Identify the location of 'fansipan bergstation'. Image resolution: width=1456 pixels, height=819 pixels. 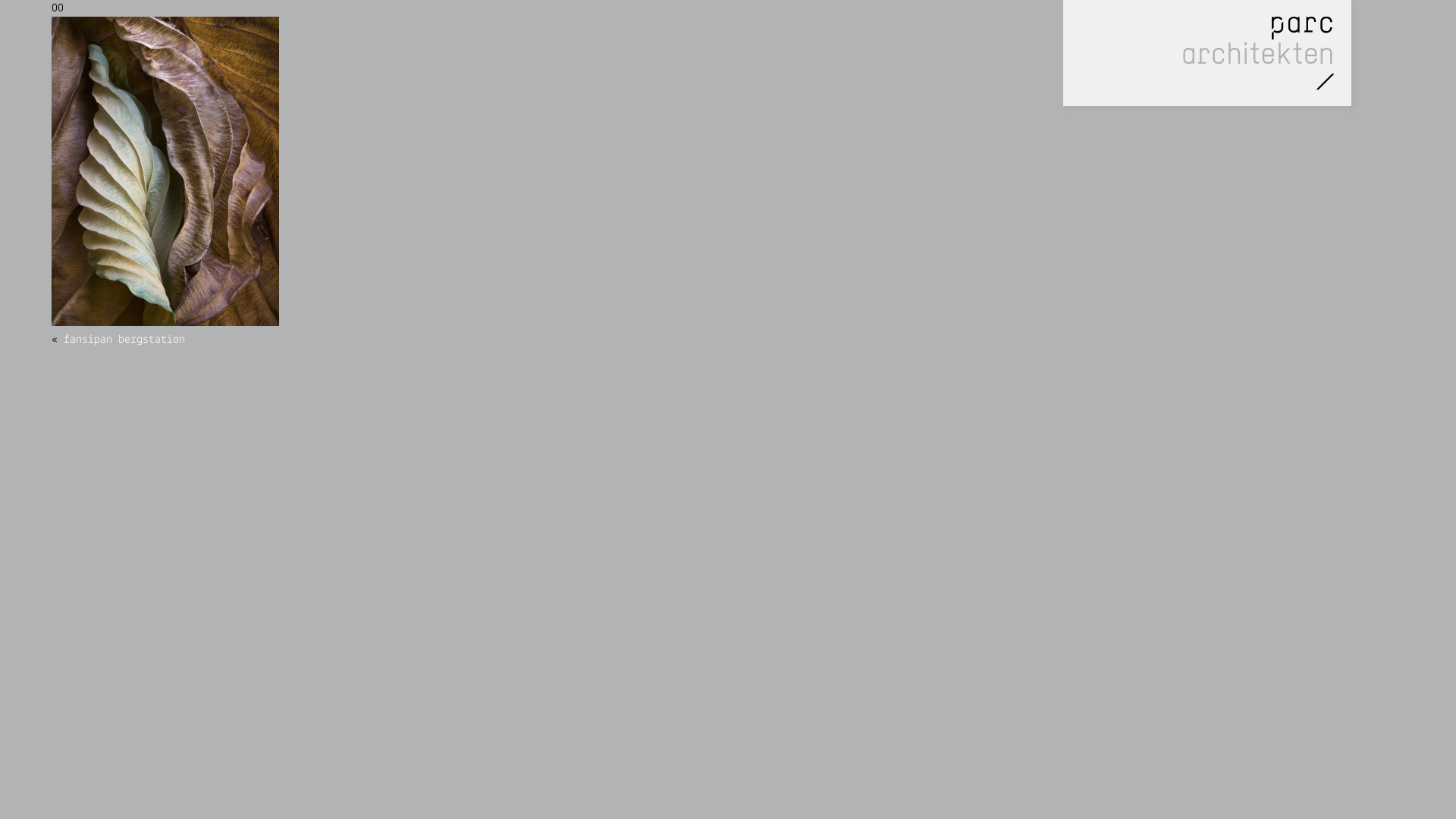
(124, 338).